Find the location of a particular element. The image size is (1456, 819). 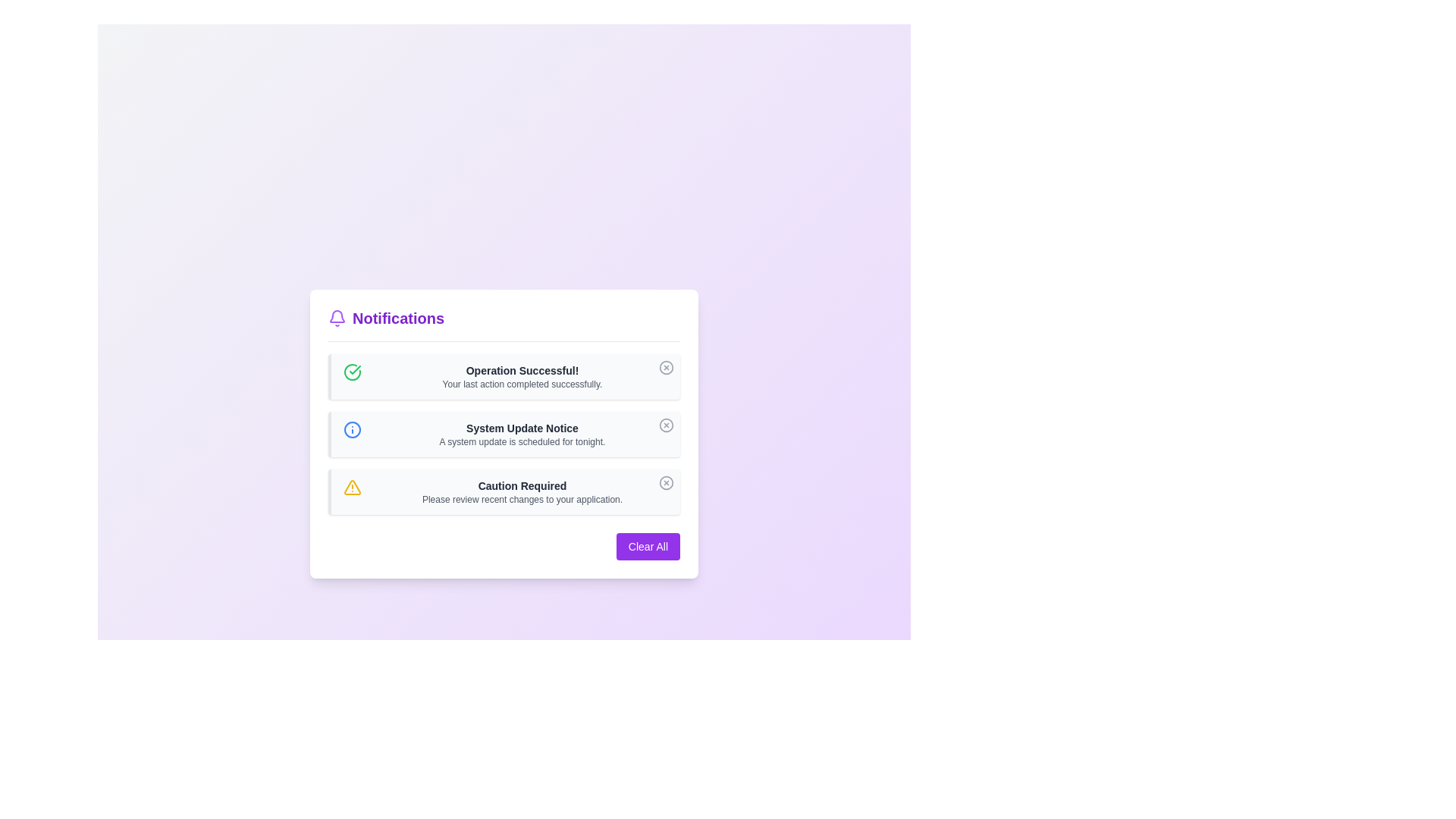

the informational icon indicating a system update located within the 'System Update Notice' notification card, positioned to the left of the notification text is located at coordinates (352, 429).